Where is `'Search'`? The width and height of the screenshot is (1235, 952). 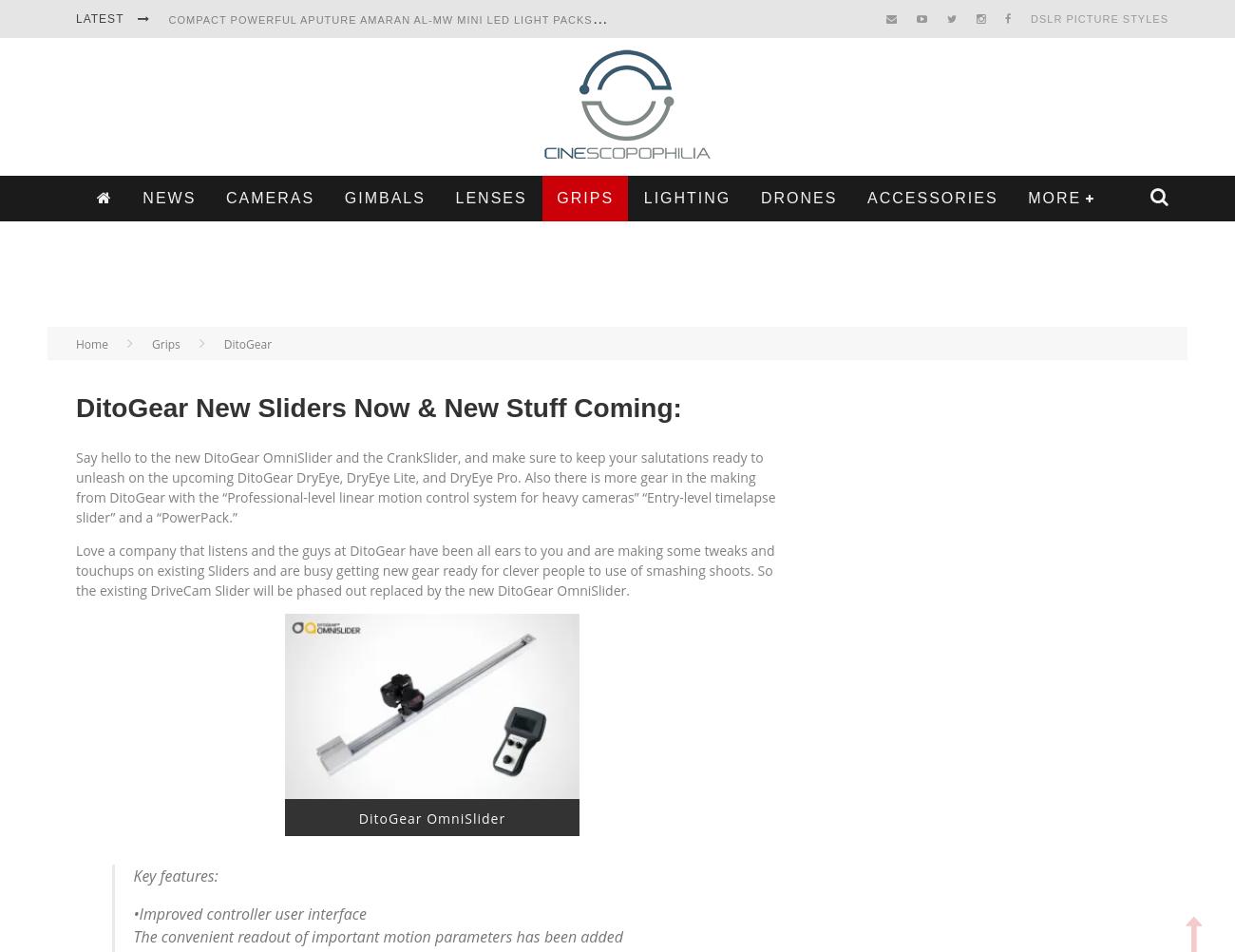
'Search' is located at coordinates (603, 412).